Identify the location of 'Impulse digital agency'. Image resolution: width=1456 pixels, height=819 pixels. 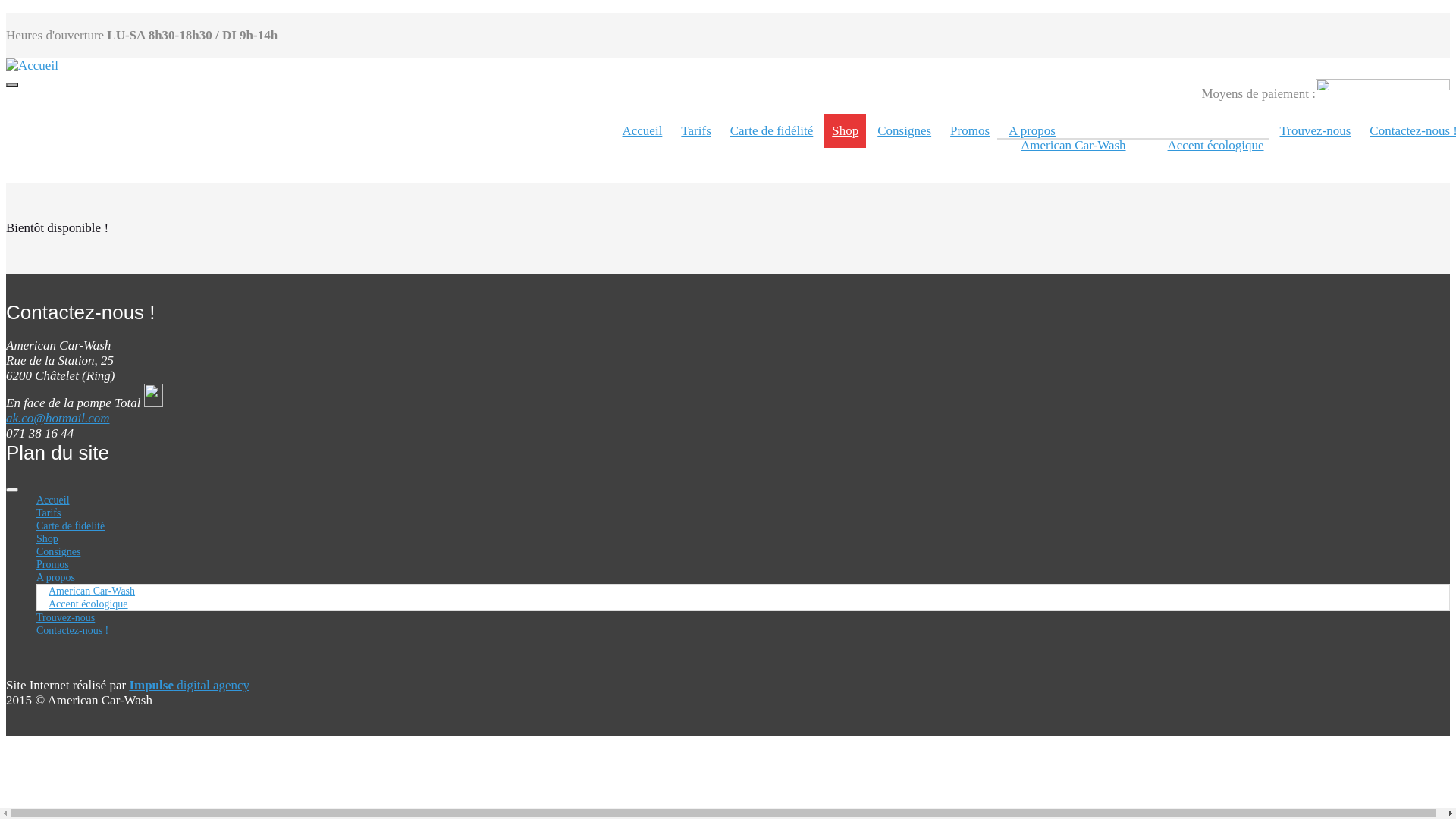
(128, 685).